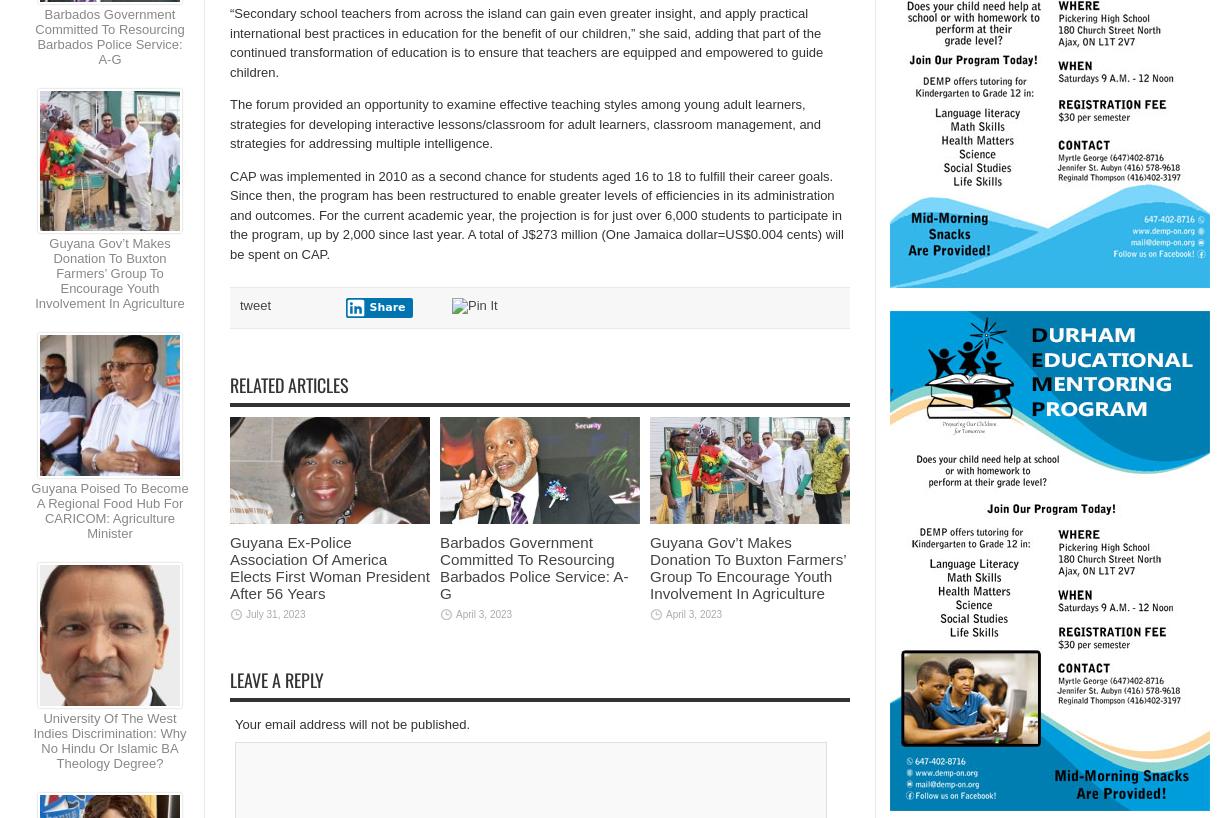 The height and width of the screenshot is (818, 1220). Describe the element at coordinates (288, 385) in the screenshot. I see `'Related Articles'` at that location.